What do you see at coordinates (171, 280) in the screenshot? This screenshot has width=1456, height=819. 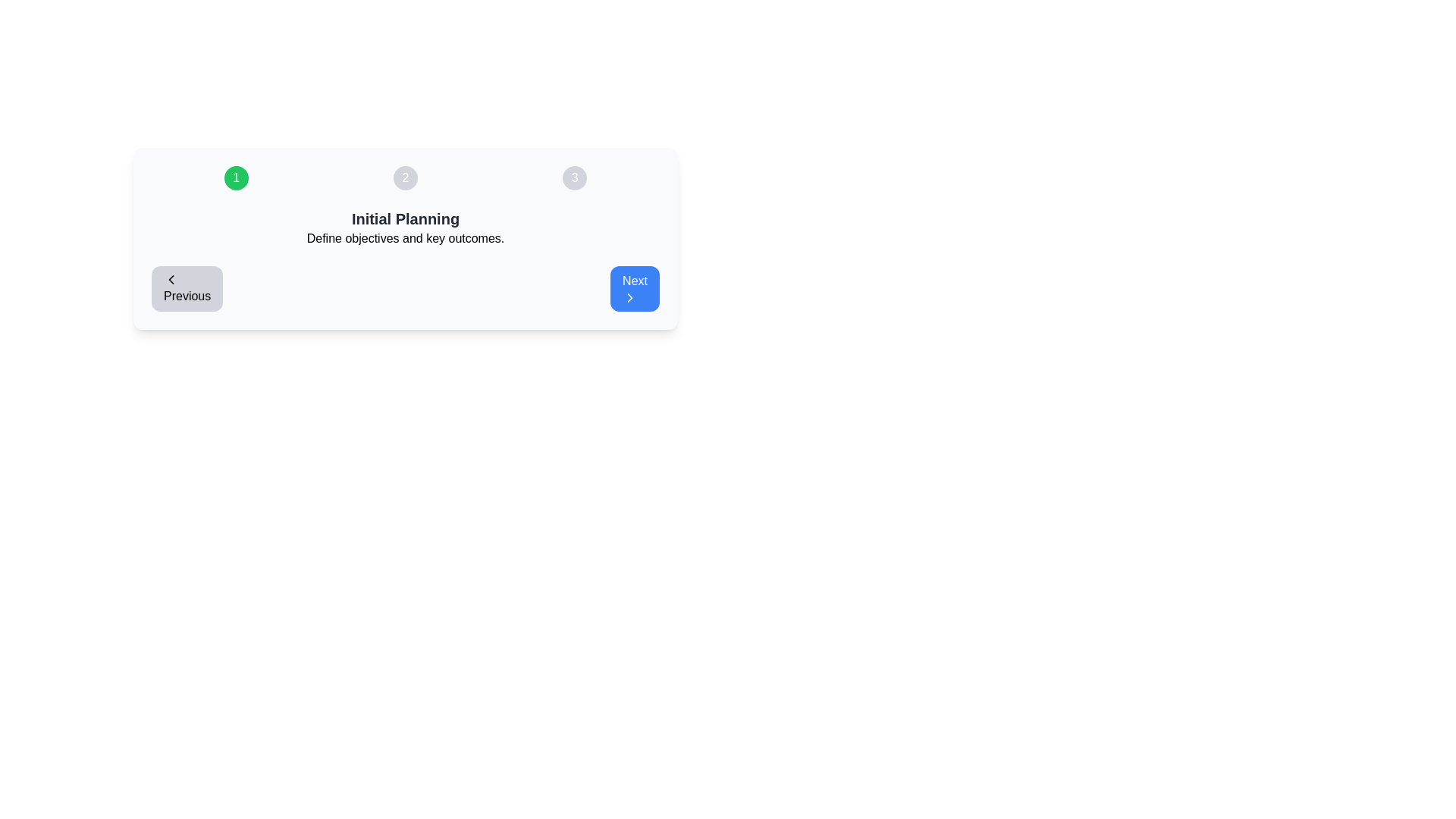 I see `the 'Previous' icon located to the left of the text 'Previous' in the bottom-left corner of the card` at bounding box center [171, 280].